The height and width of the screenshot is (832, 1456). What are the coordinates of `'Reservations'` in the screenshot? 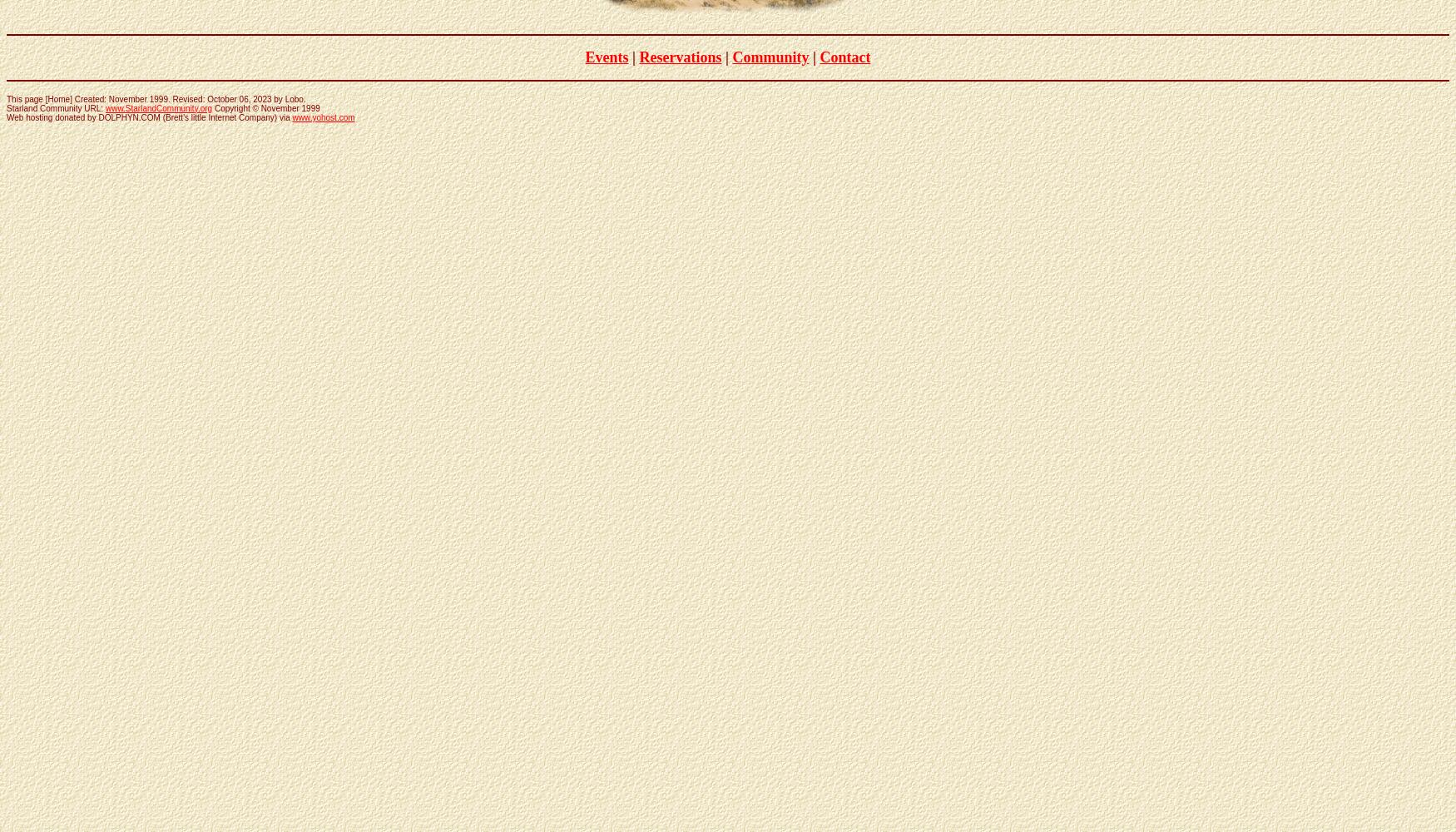 It's located at (680, 56).